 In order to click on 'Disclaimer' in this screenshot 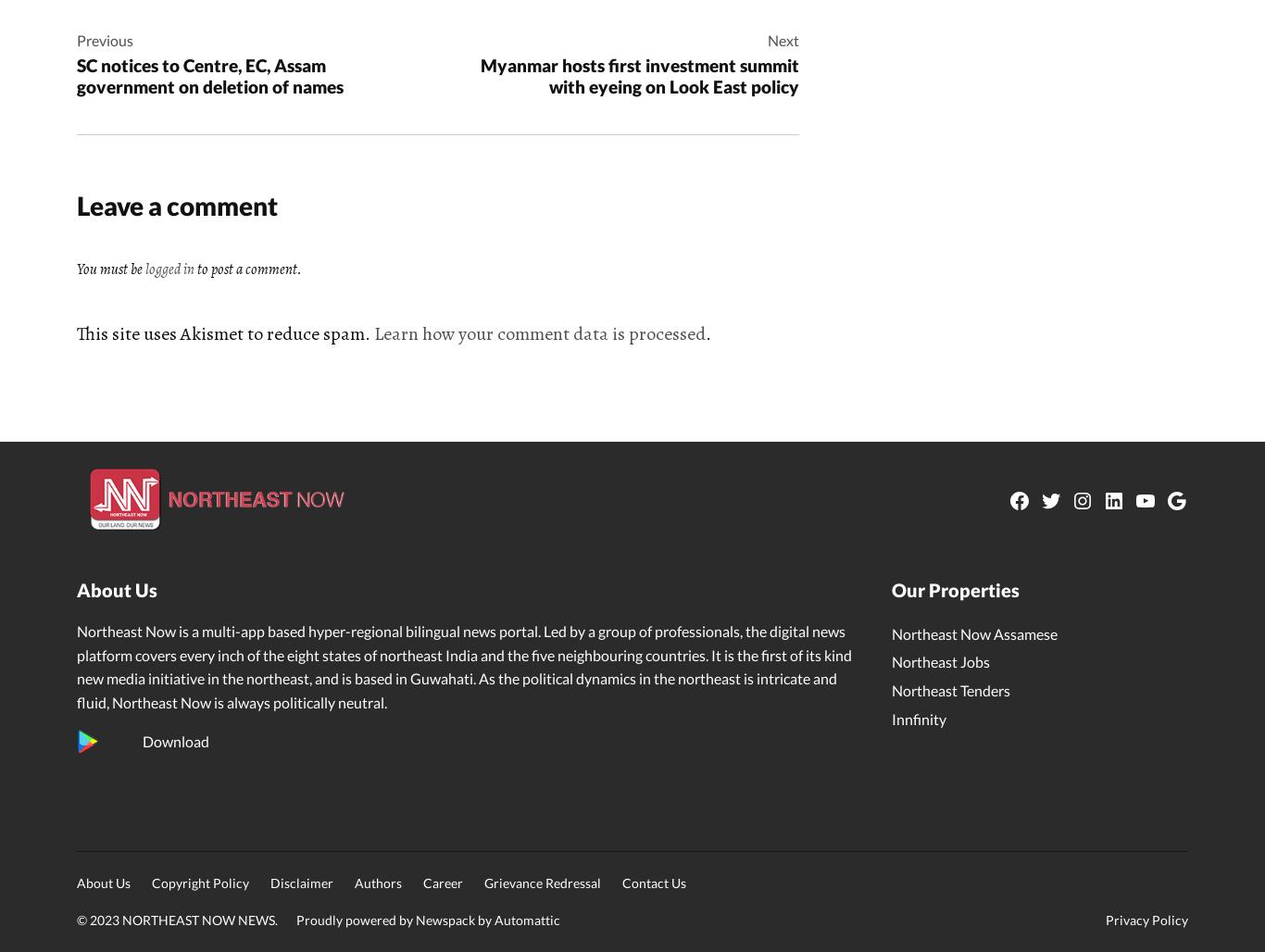, I will do `click(270, 882)`.